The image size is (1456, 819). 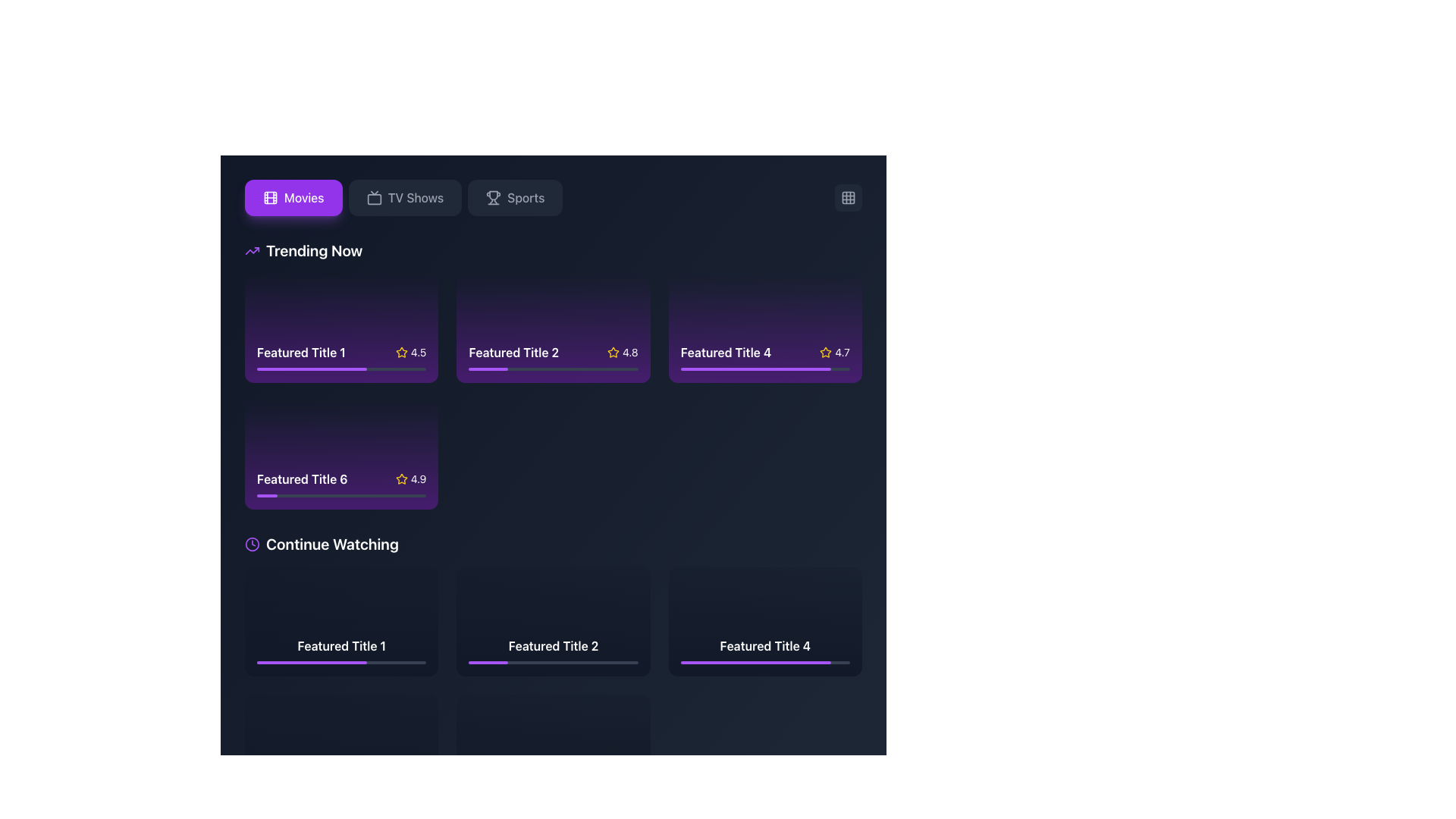 What do you see at coordinates (340, 479) in the screenshot?
I see `the third item in the second row of the 'Trending Now' section` at bounding box center [340, 479].